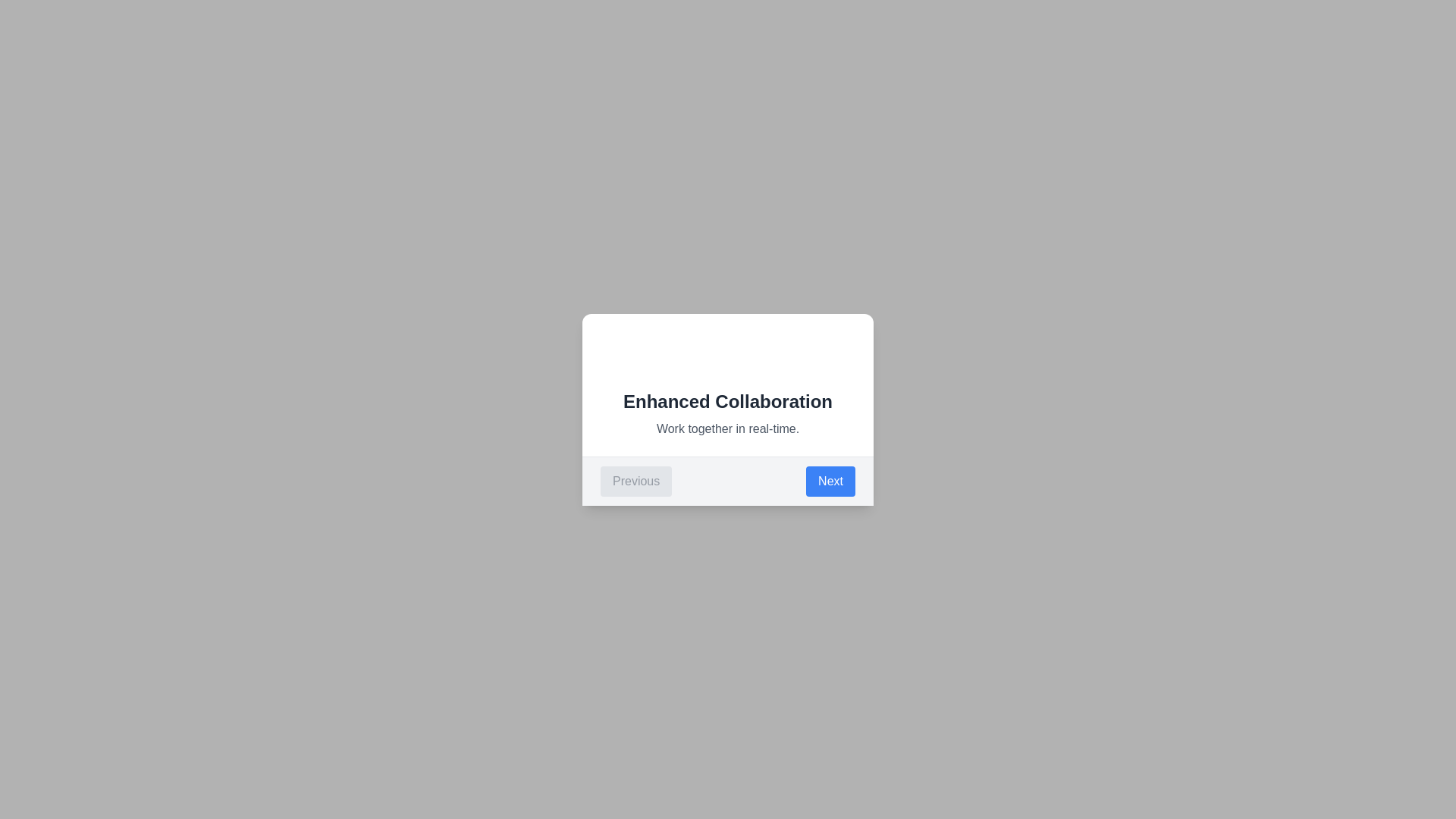 The height and width of the screenshot is (819, 1456). I want to click on the text snippet styled in gray that displays the message 'Work together in real-time.' located below the bold heading 'Enhanced Collaboration', so click(728, 428).